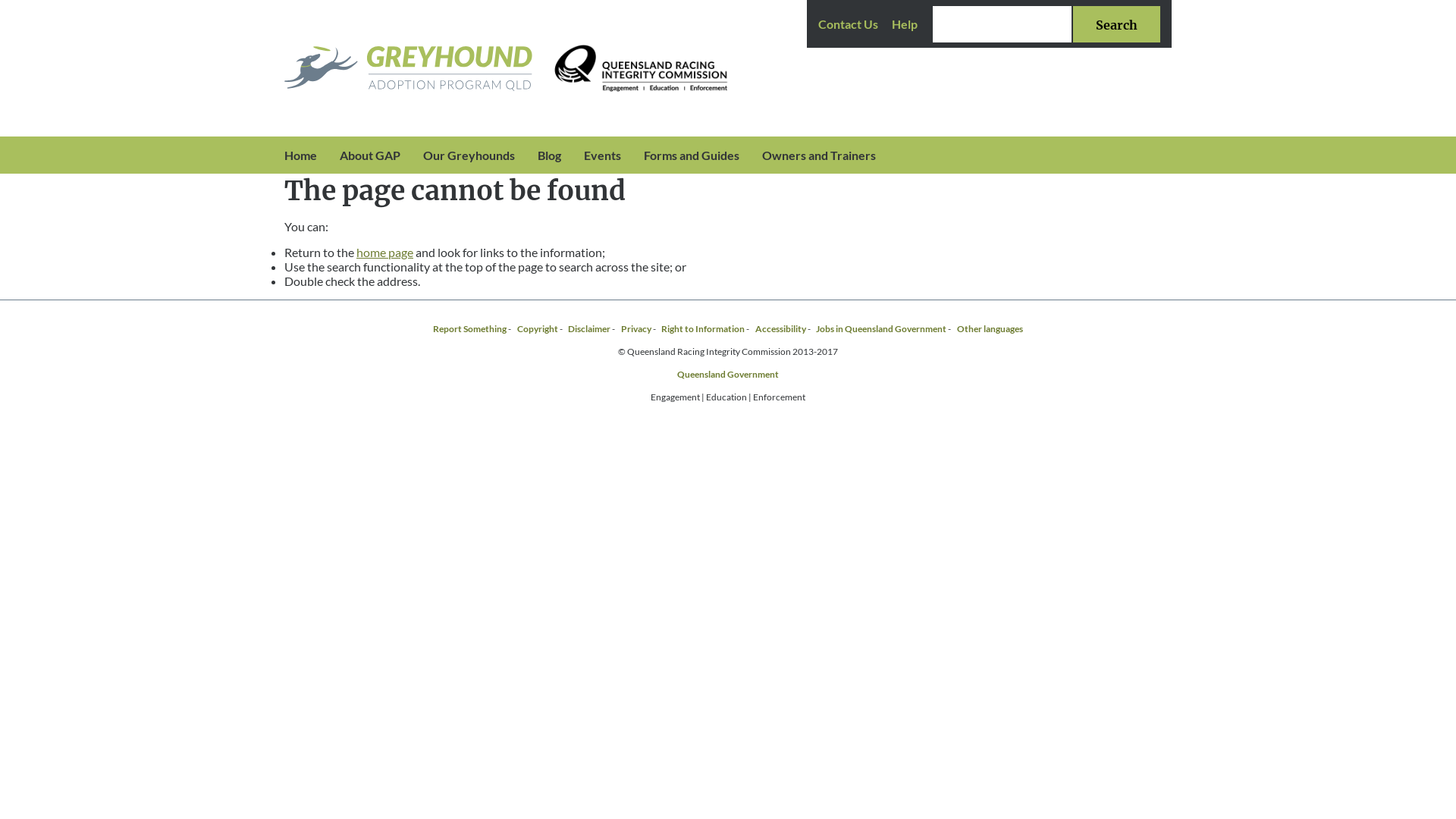  I want to click on 'Right to Information', so click(701, 328).